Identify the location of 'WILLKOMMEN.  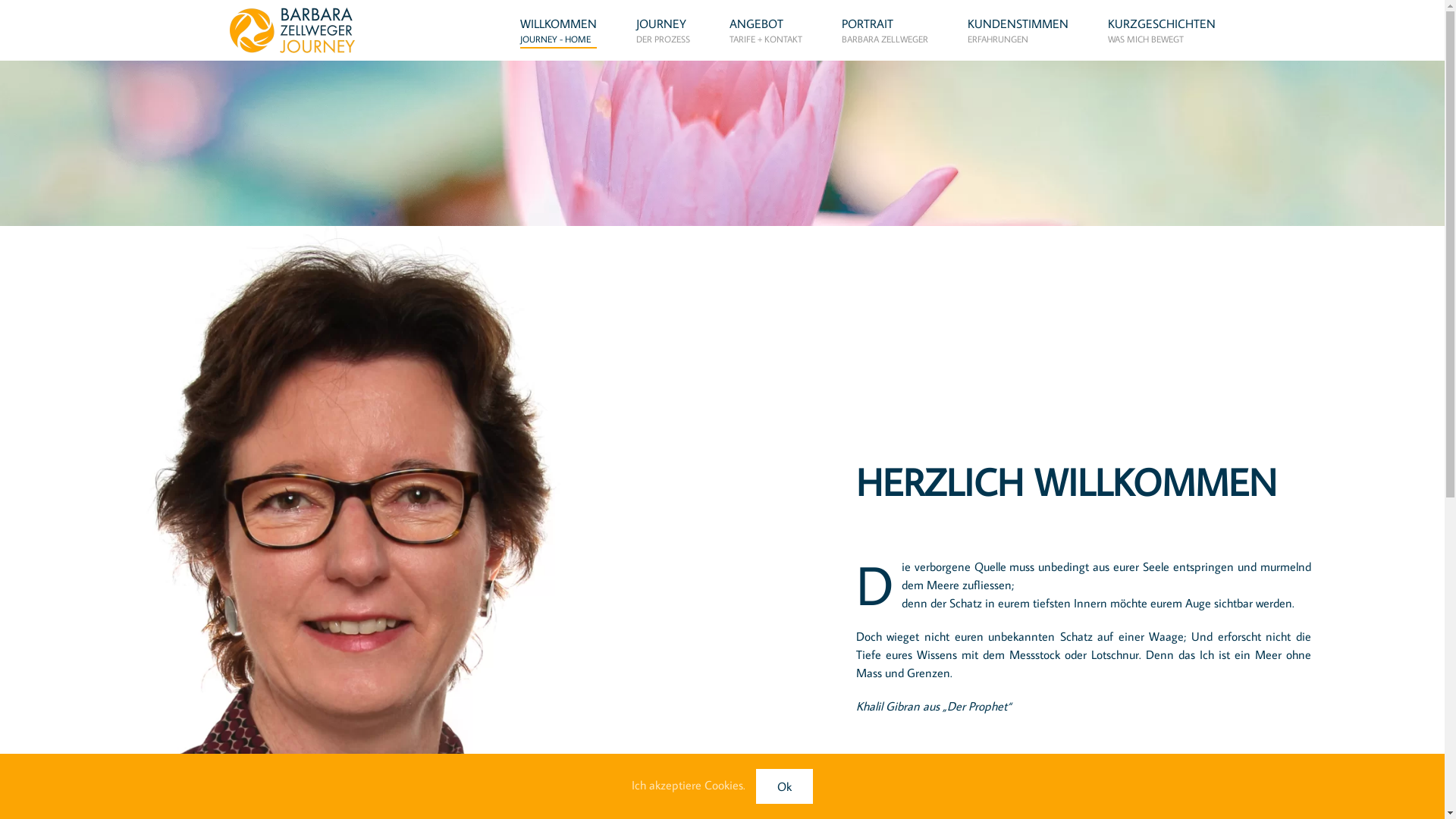
(557, 30).